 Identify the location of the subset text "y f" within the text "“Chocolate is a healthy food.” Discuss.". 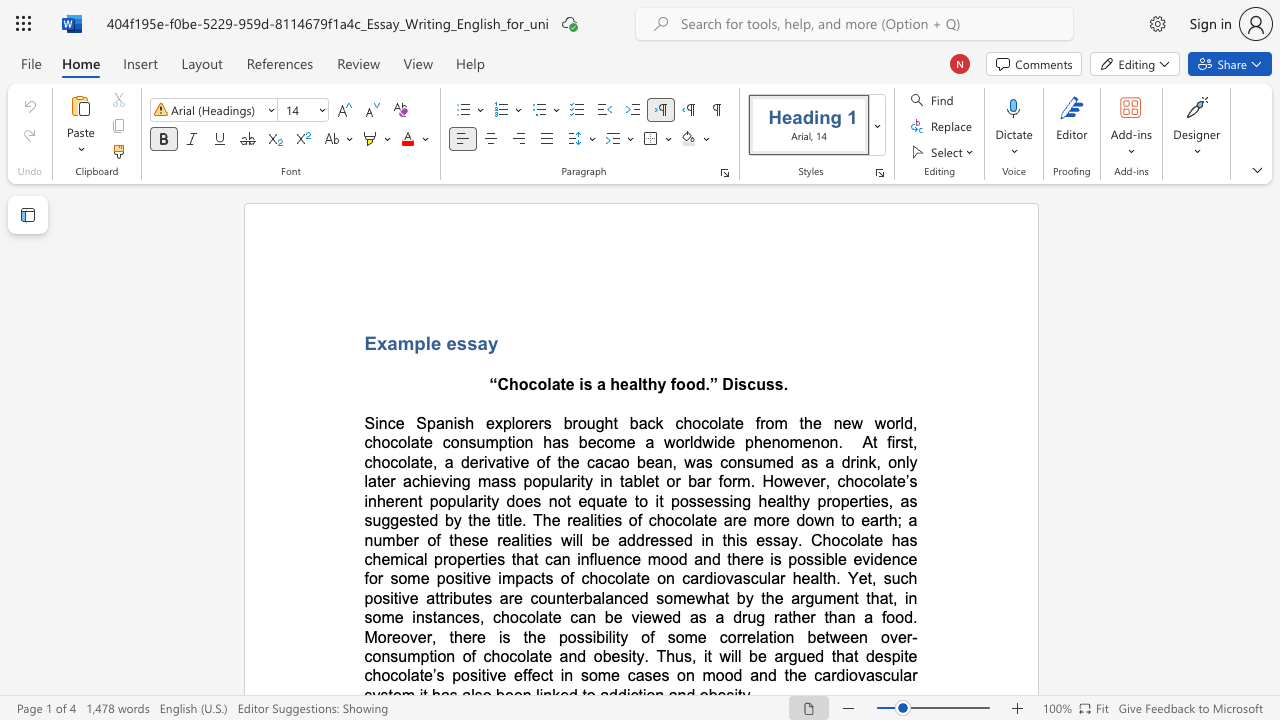
(657, 384).